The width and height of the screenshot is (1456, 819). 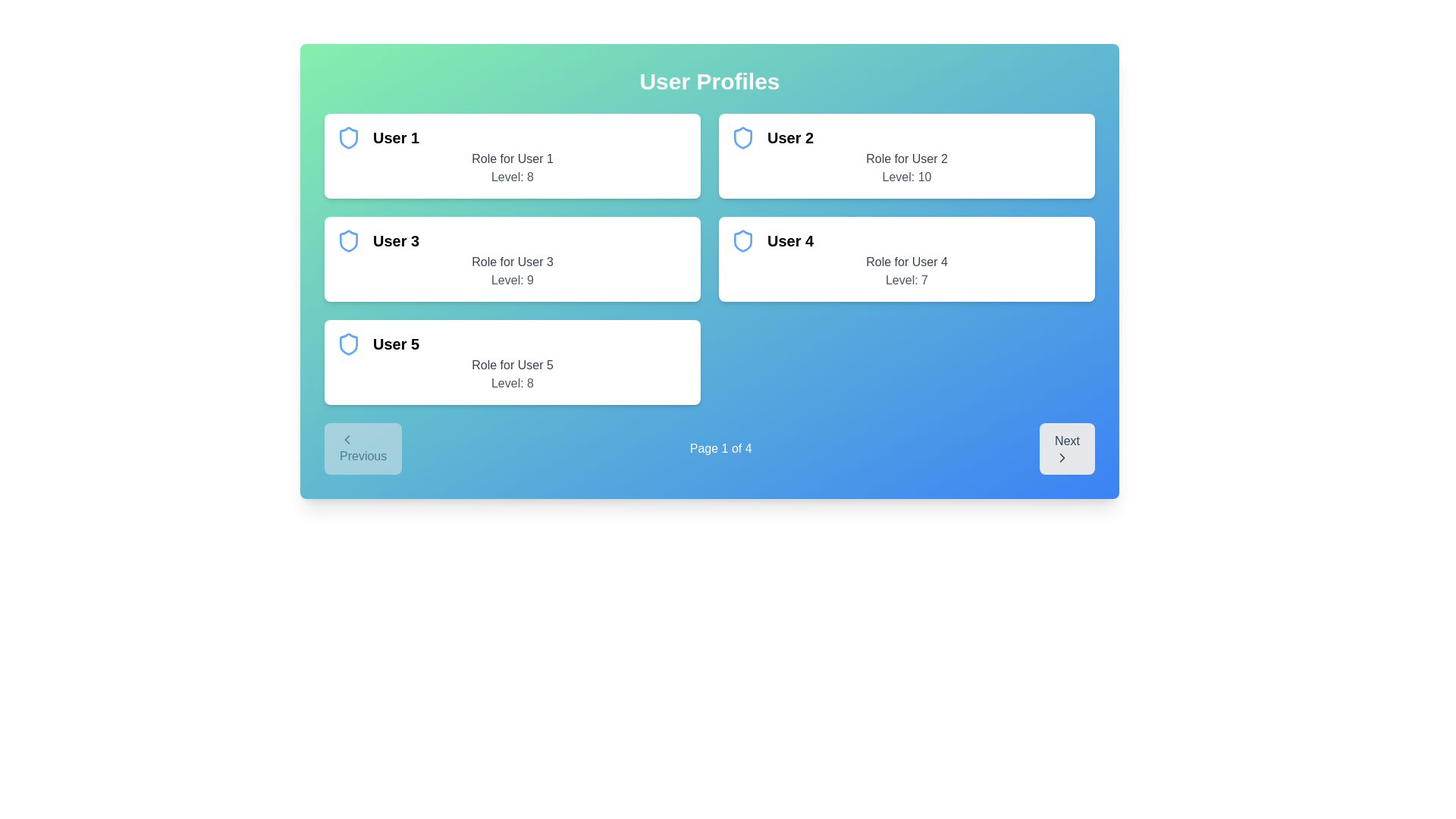 I want to click on the Header text label located in the bottom-left quadrant of the interface, which is part of the third card in the second row, so click(x=396, y=344).